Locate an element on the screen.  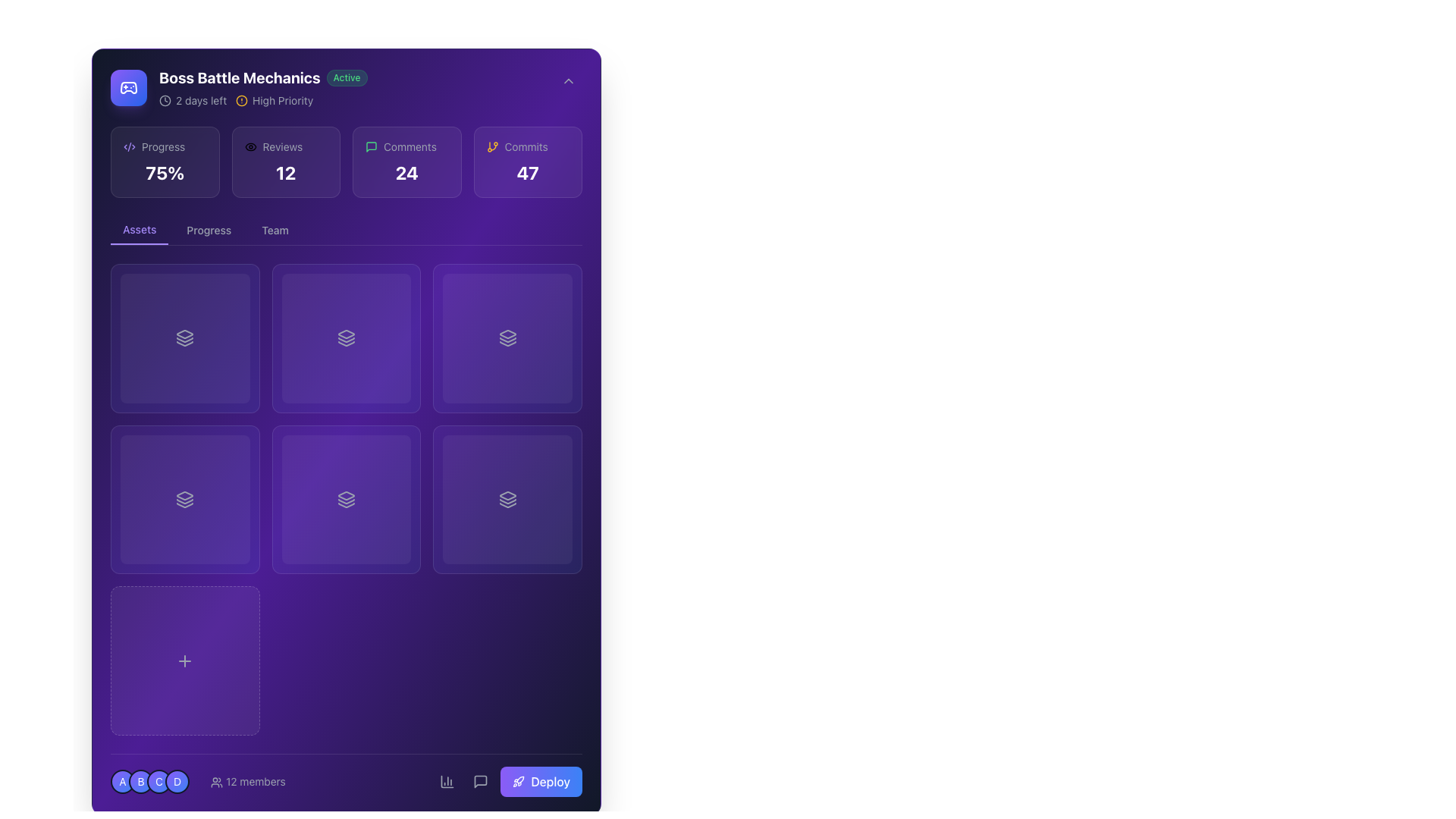
the violet XML code icon located to the left of the 'Progress' text label in the header section is located at coordinates (130, 146).